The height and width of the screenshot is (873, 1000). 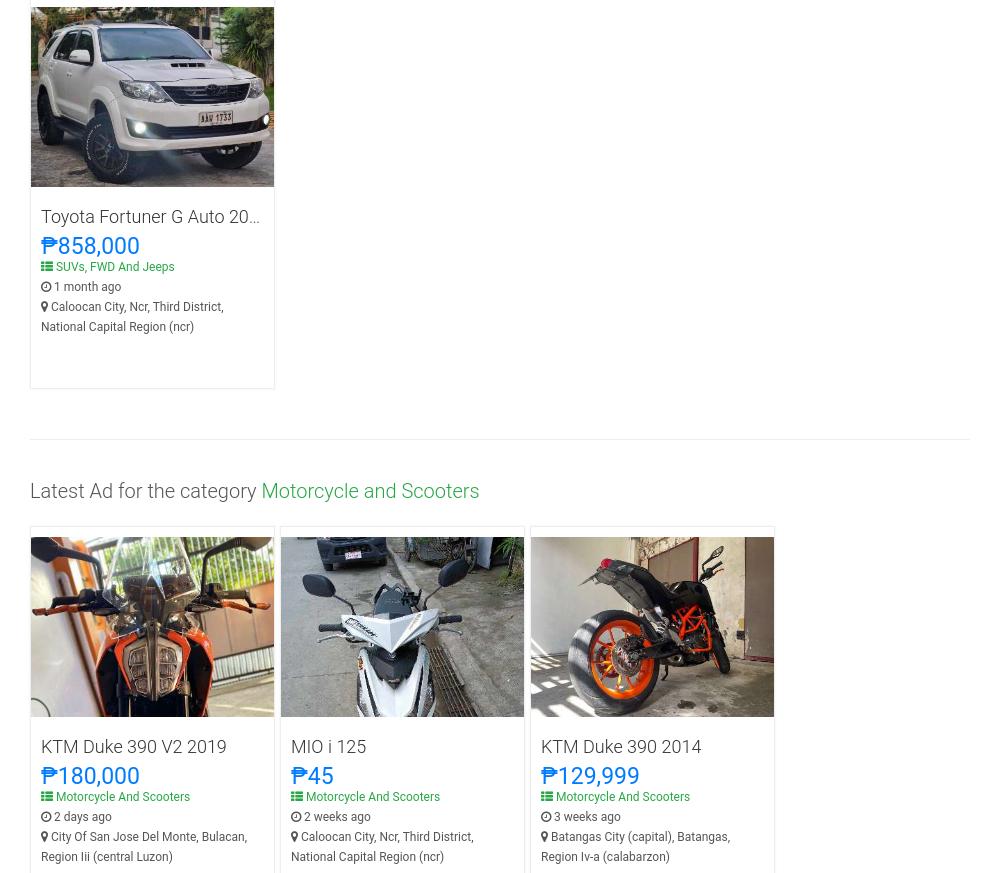 What do you see at coordinates (154, 215) in the screenshot?
I see `'Toyota Fortuner G Auto 2014'` at bounding box center [154, 215].